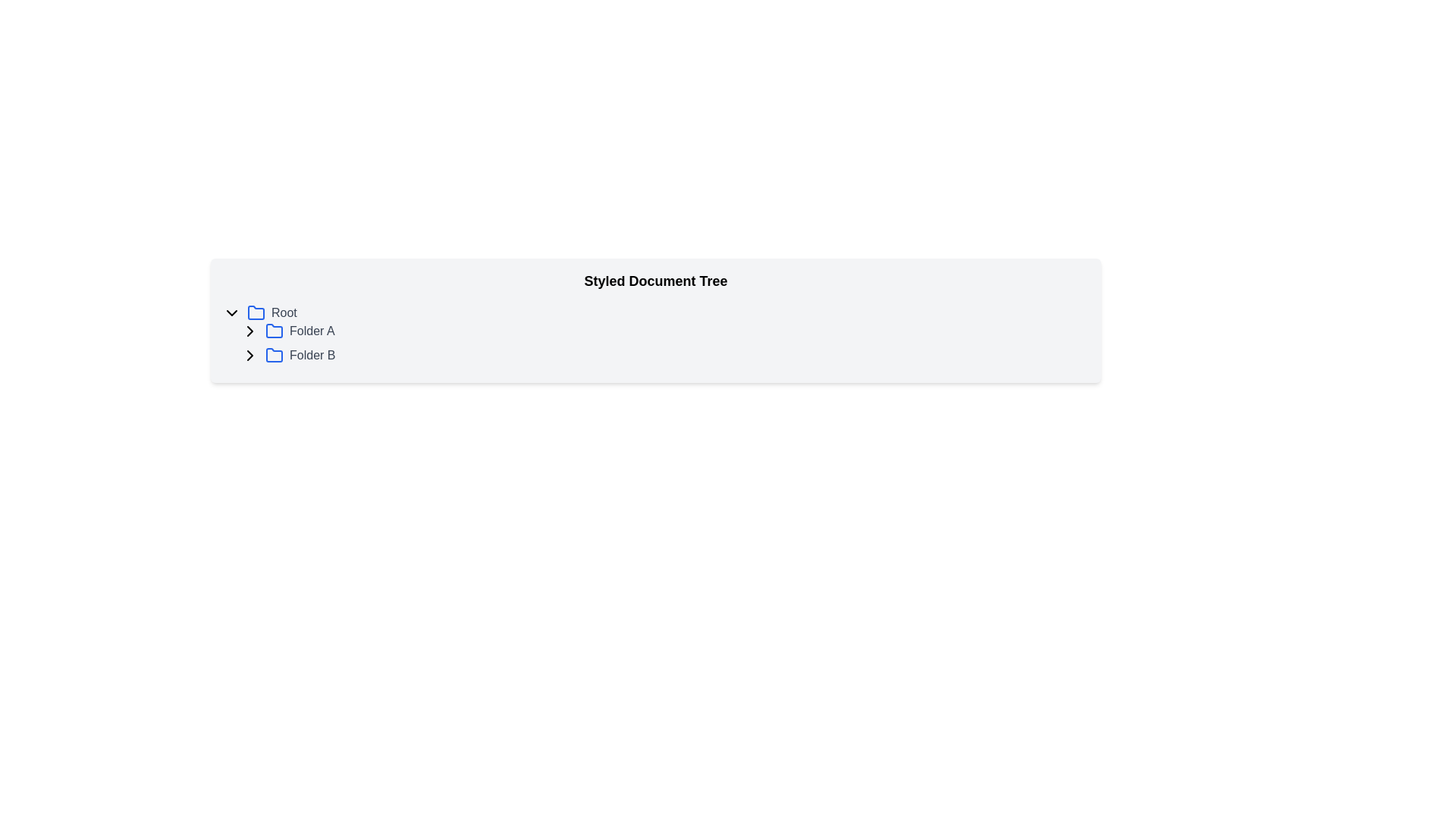 The height and width of the screenshot is (819, 1456). What do you see at coordinates (250, 330) in the screenshot?
I see `the right-facing chevron icon` at bounding box center [250, 330].